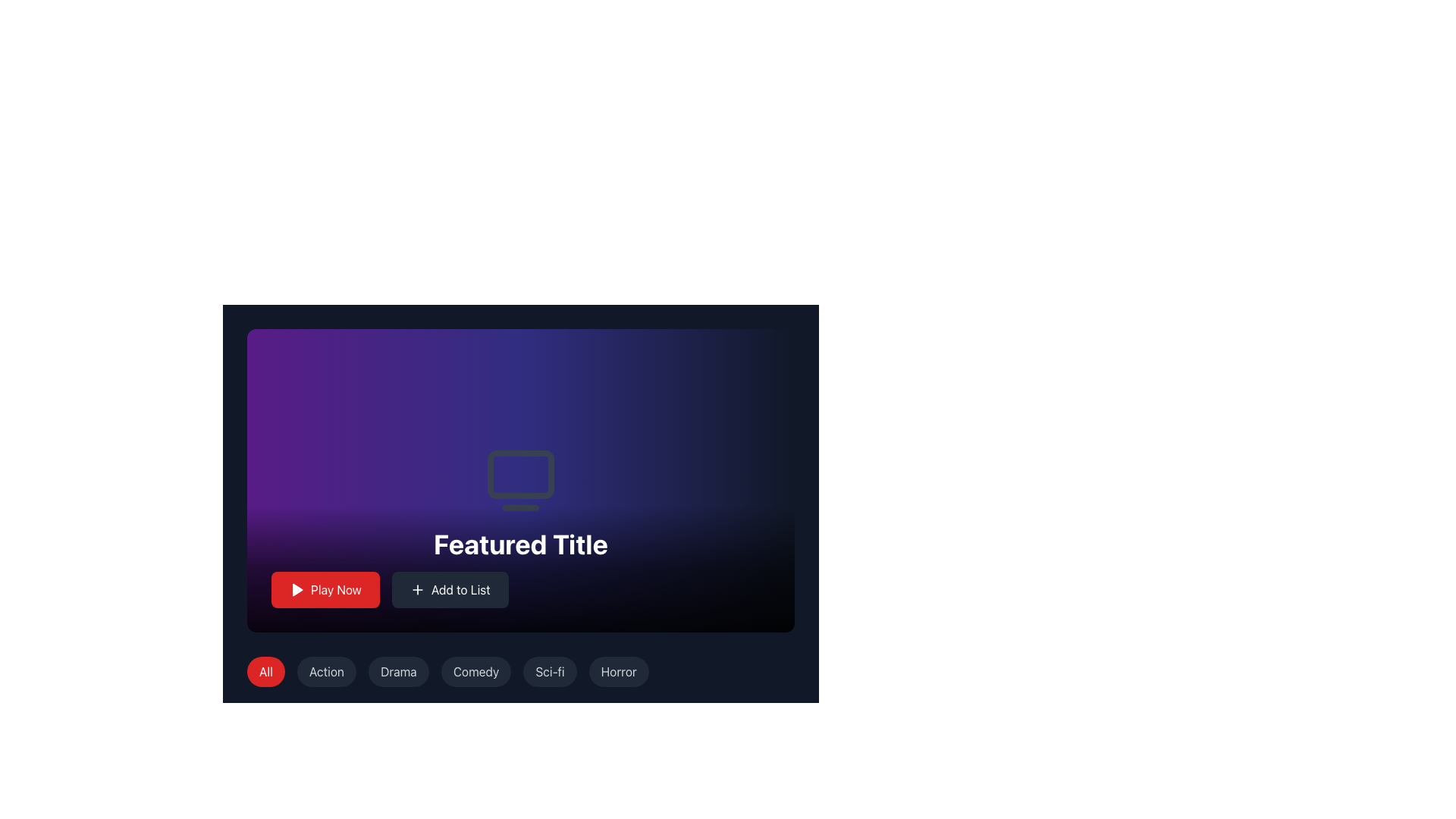 The height and width of the screenshot is (819, 1456). Describe the element at coordinates (549, 671) in the screenshot. I see `the rounded rectangular button labeled 'Sci-fi'` at that location.